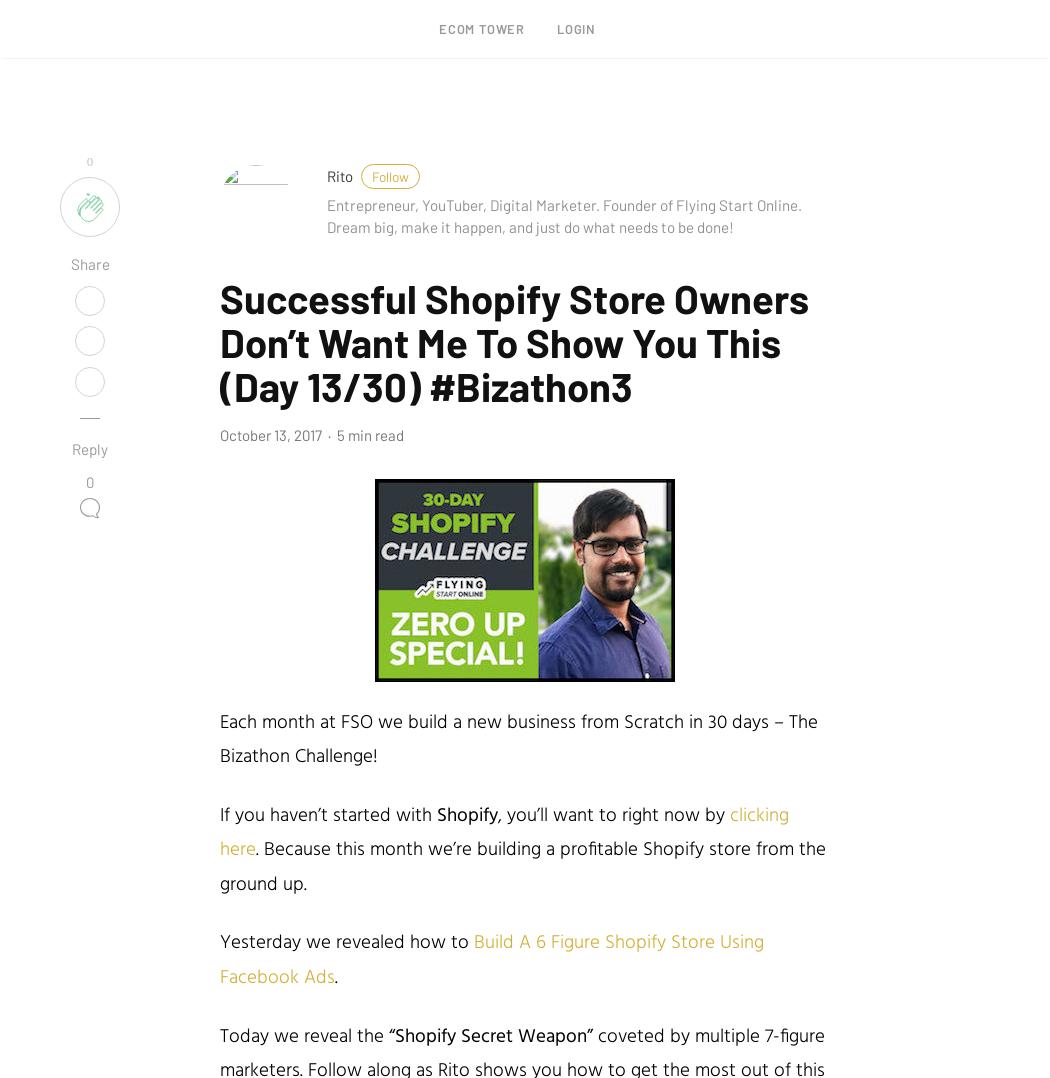 The image size is (1050, 1078). I want to click on ', you’ll want to right now by', so click(497, 814).